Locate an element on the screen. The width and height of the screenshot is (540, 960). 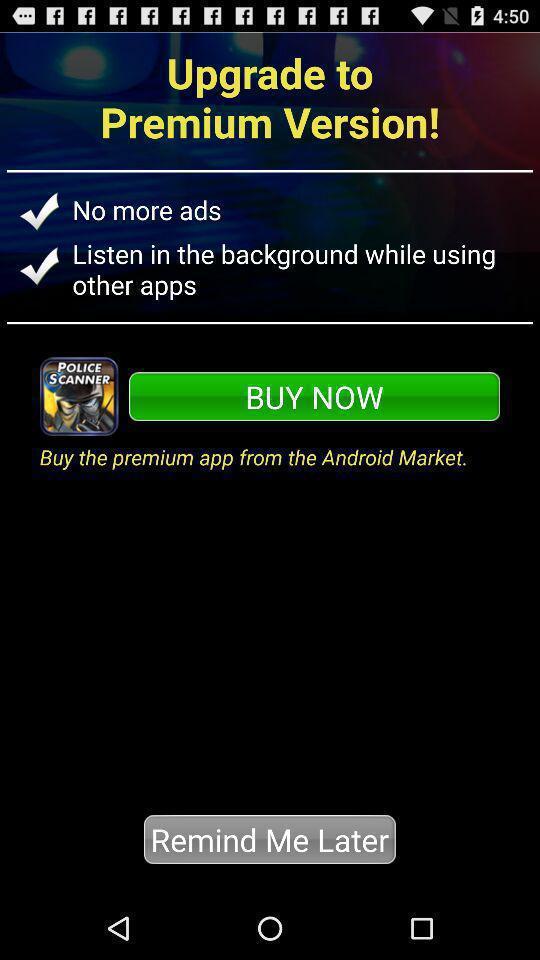
app above buy the premium is located at coordinates (314, 395).